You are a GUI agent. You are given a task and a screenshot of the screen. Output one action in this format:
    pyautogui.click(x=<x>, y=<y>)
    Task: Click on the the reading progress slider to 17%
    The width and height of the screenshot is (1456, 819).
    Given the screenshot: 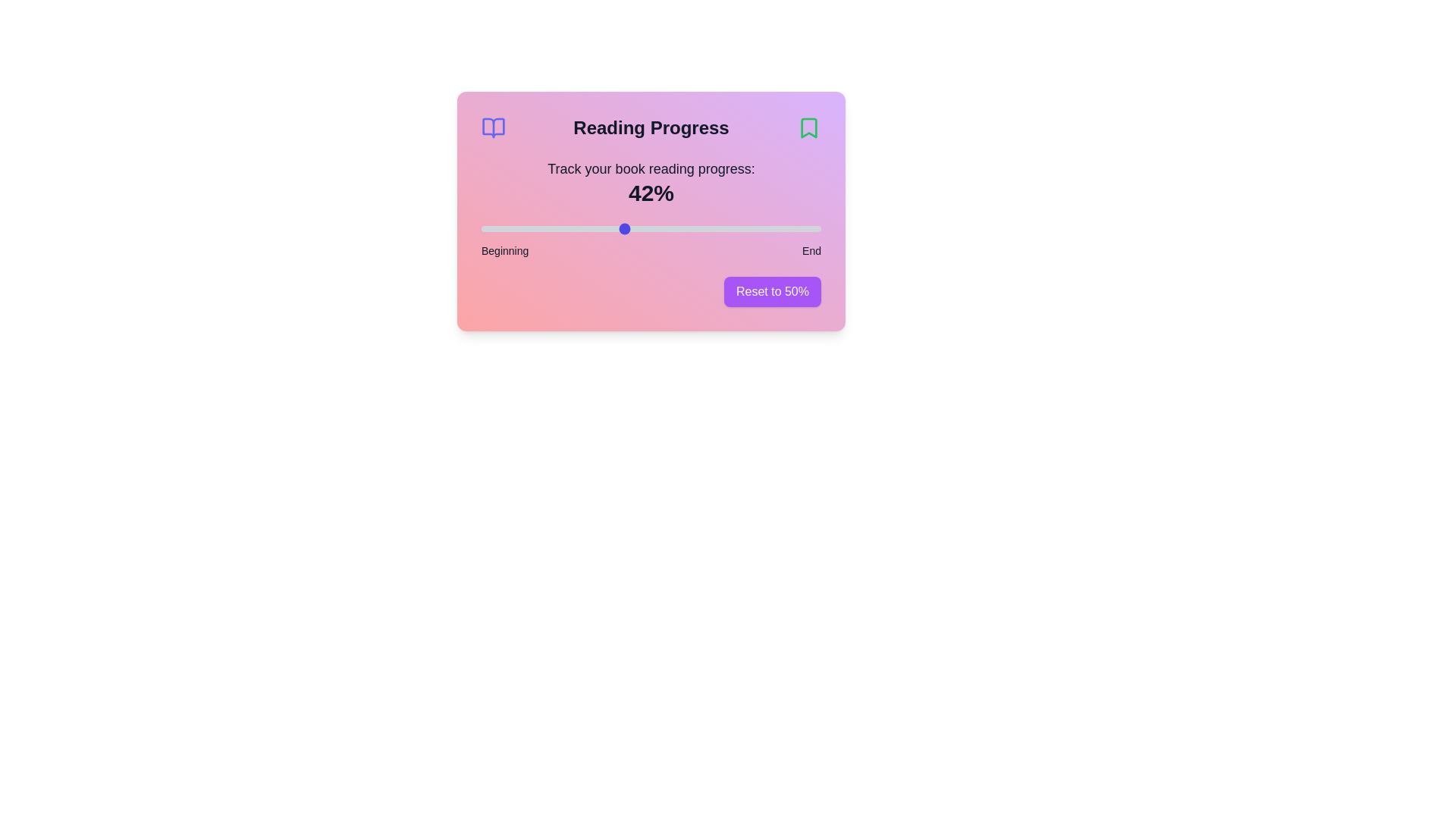 What is the action you would take?
    pyautogui.click(x=539, y=228)
    